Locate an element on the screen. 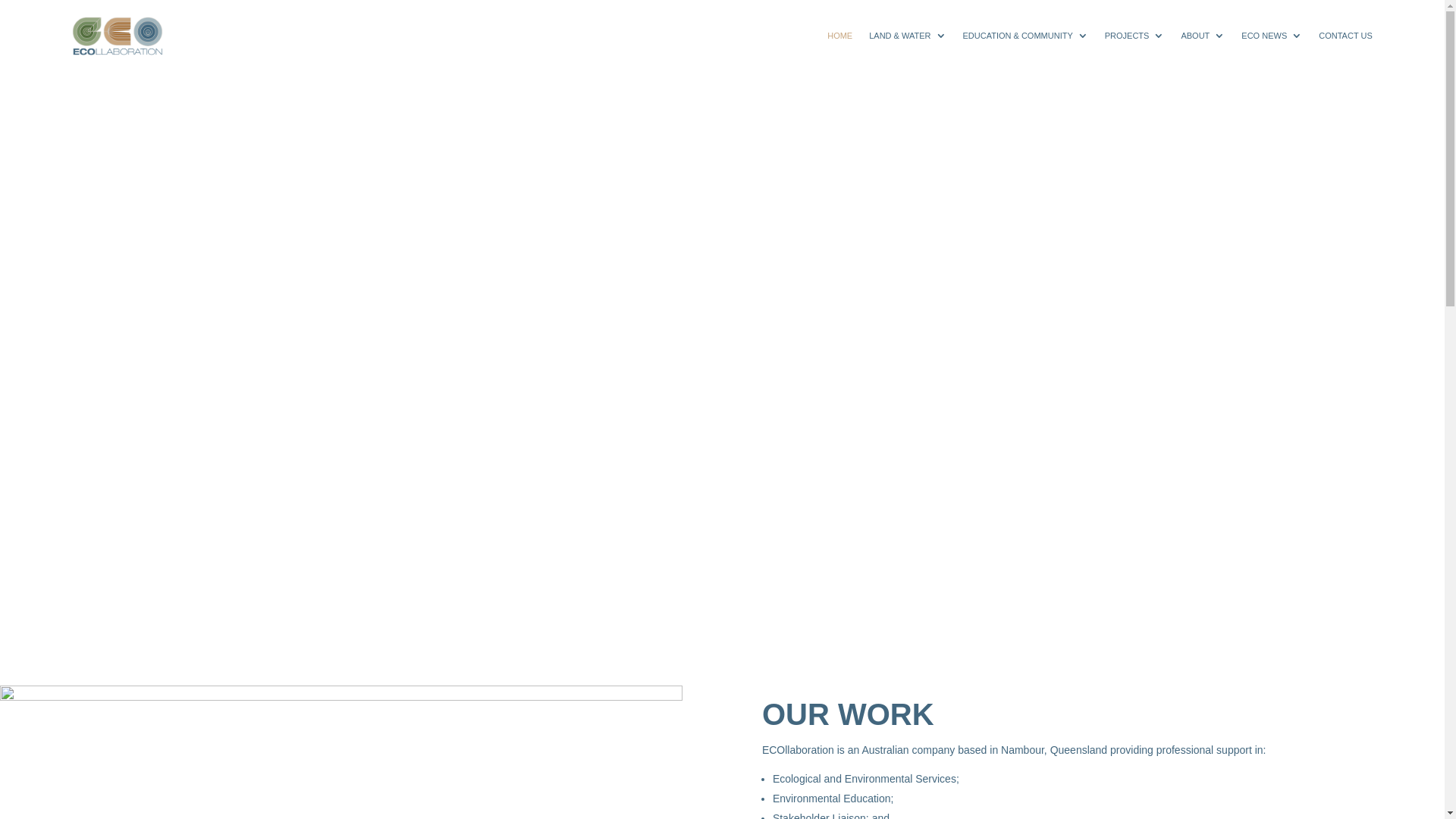  'CONTACT US' is located at coordinates (1317, 35).